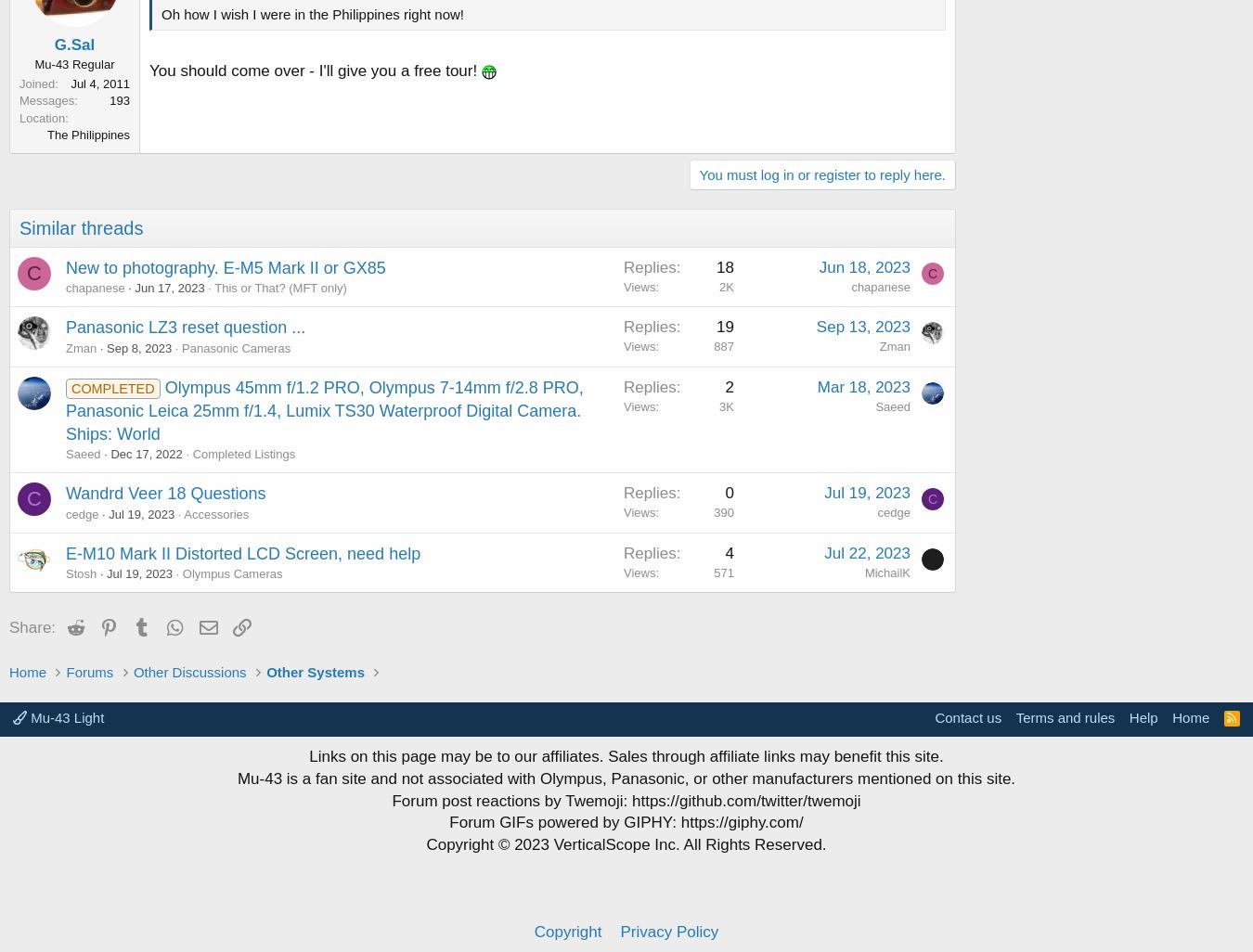 This screenshot has height=952, width=1253. I want to click on 'Olympus Cameras', so click(231, 573).